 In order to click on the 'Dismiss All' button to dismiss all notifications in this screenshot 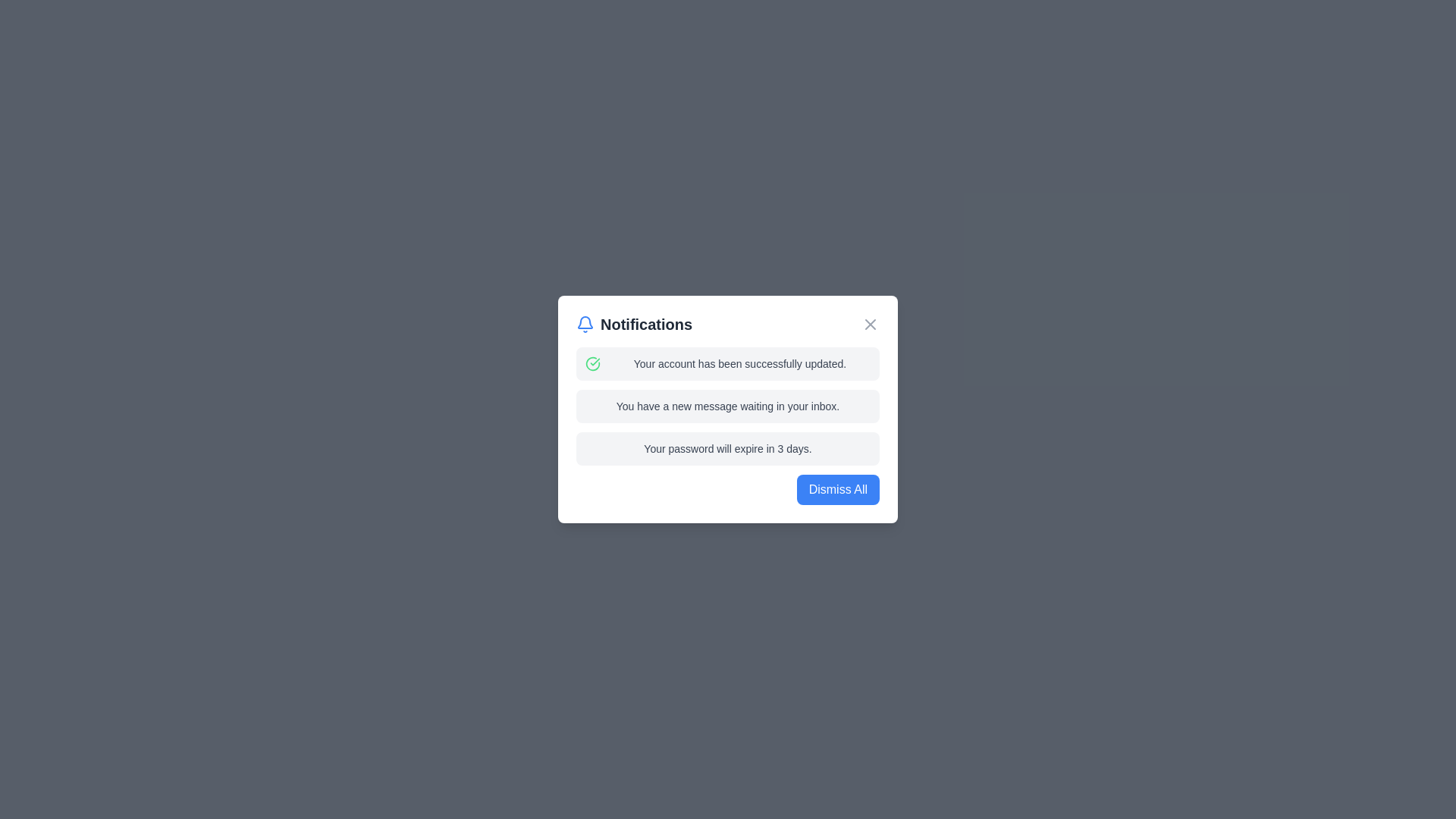, I will do `click(836, 489)`.